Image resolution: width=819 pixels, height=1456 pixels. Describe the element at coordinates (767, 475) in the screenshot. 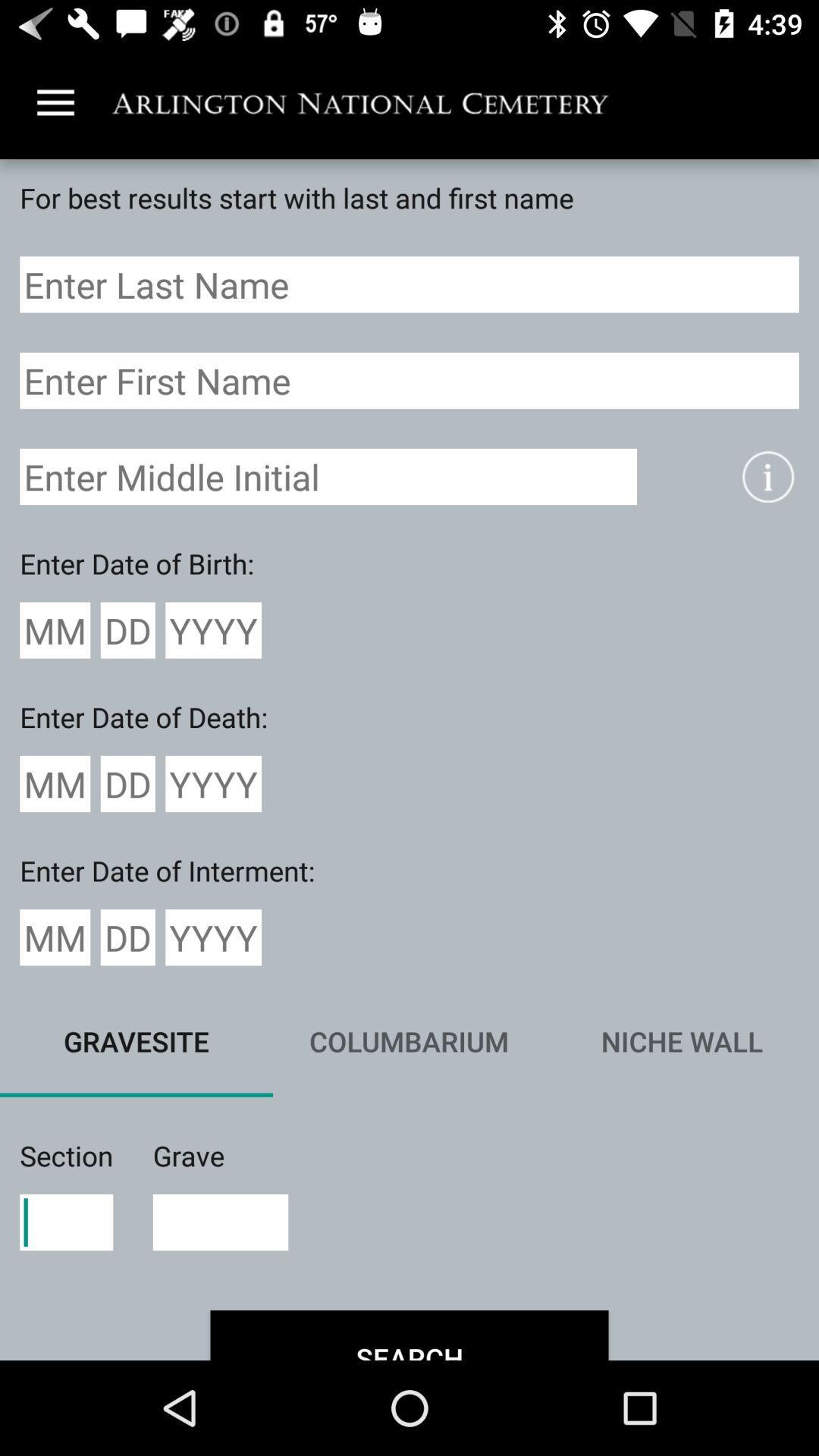

I see `the info icon` at that location.